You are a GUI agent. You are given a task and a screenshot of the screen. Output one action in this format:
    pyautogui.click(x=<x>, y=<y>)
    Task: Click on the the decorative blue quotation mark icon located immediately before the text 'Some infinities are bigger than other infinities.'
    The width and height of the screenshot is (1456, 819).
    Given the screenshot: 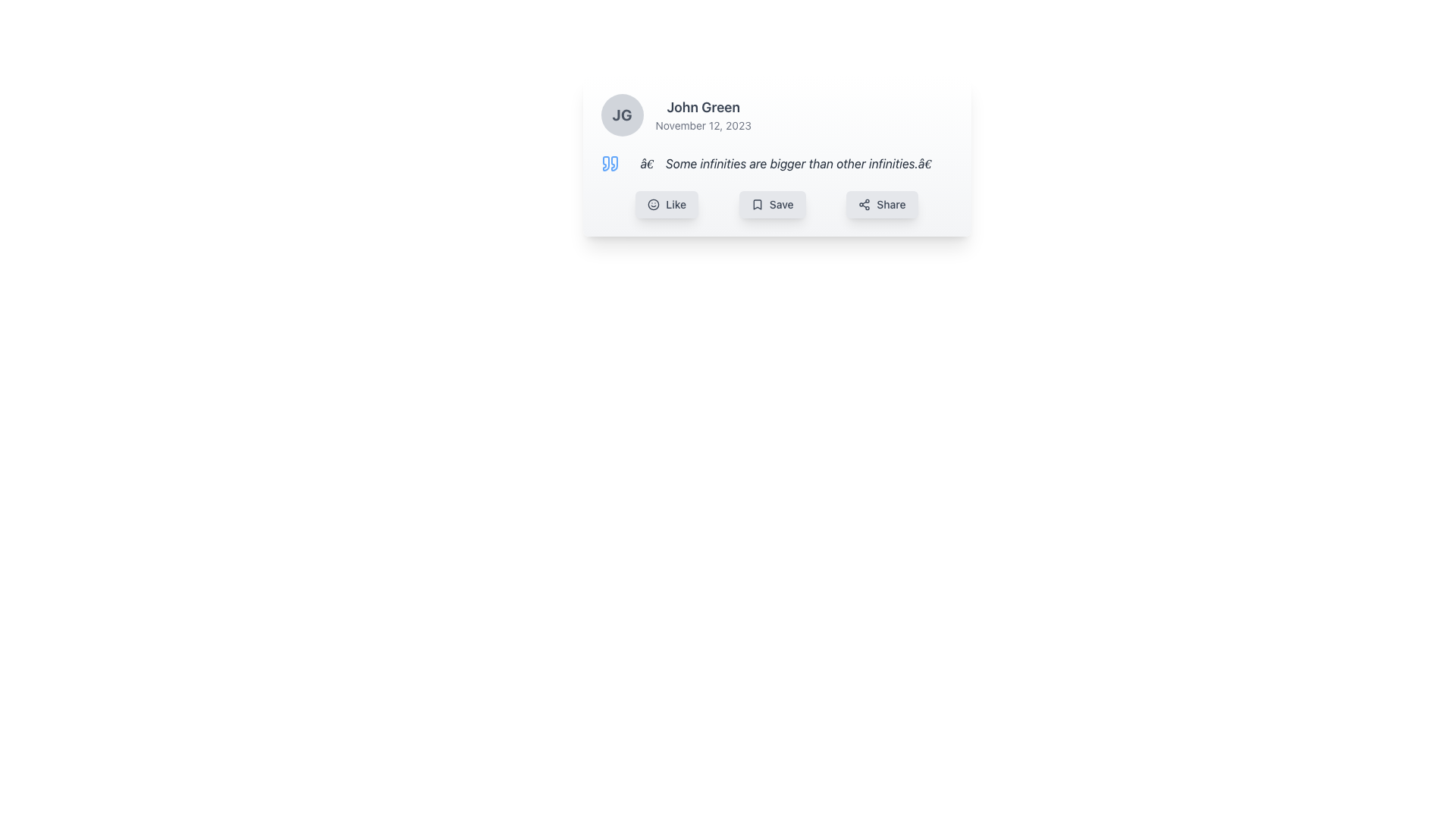 What is the action you would take?
    pyautogui.click(x=610, y=164)
    